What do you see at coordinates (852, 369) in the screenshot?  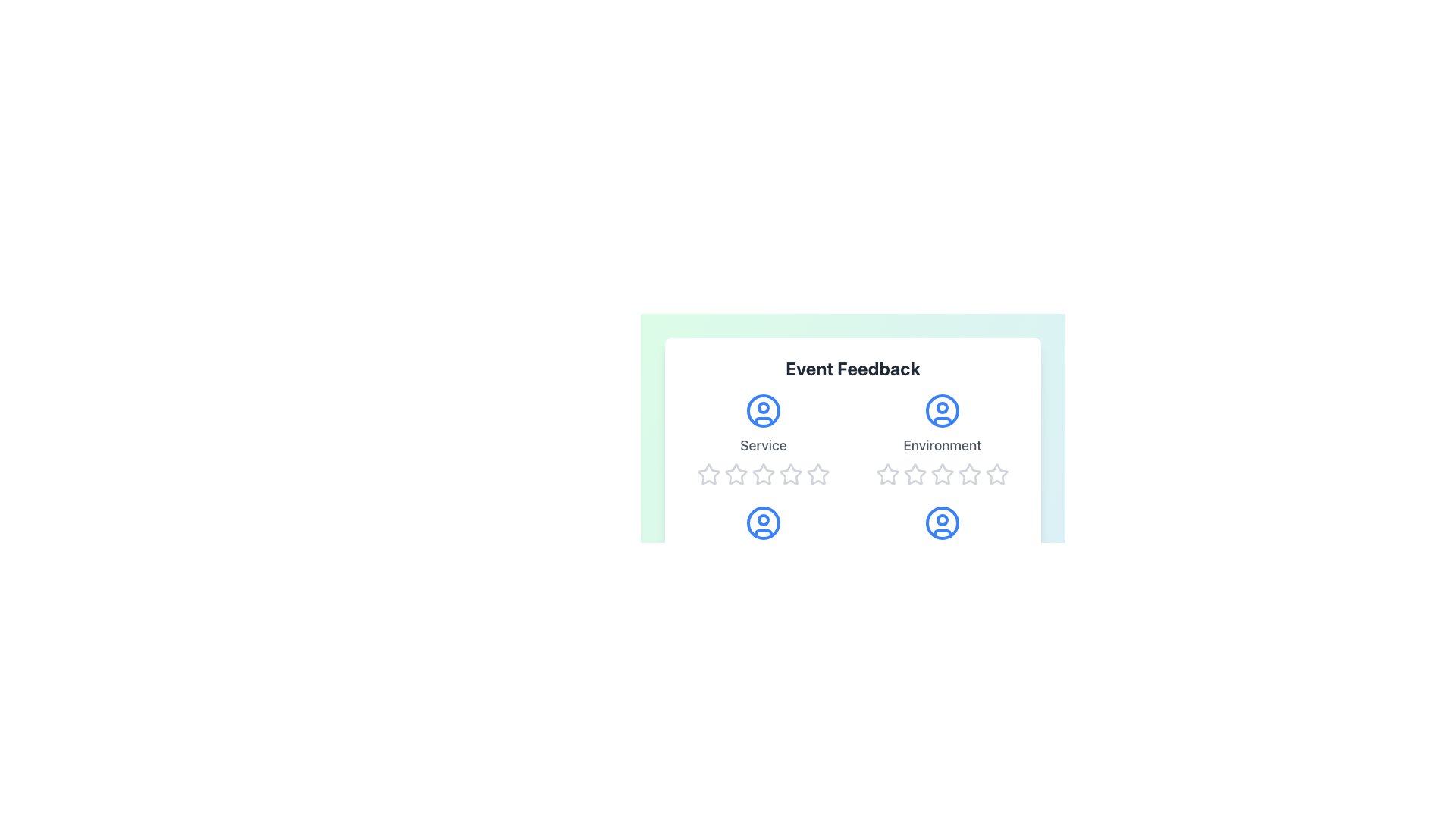 I see `the 'Event Feedback' static text header, which is prominently displayed in bold, large-sized black font at the top of the feedback module` at bounding box center [852, 369].